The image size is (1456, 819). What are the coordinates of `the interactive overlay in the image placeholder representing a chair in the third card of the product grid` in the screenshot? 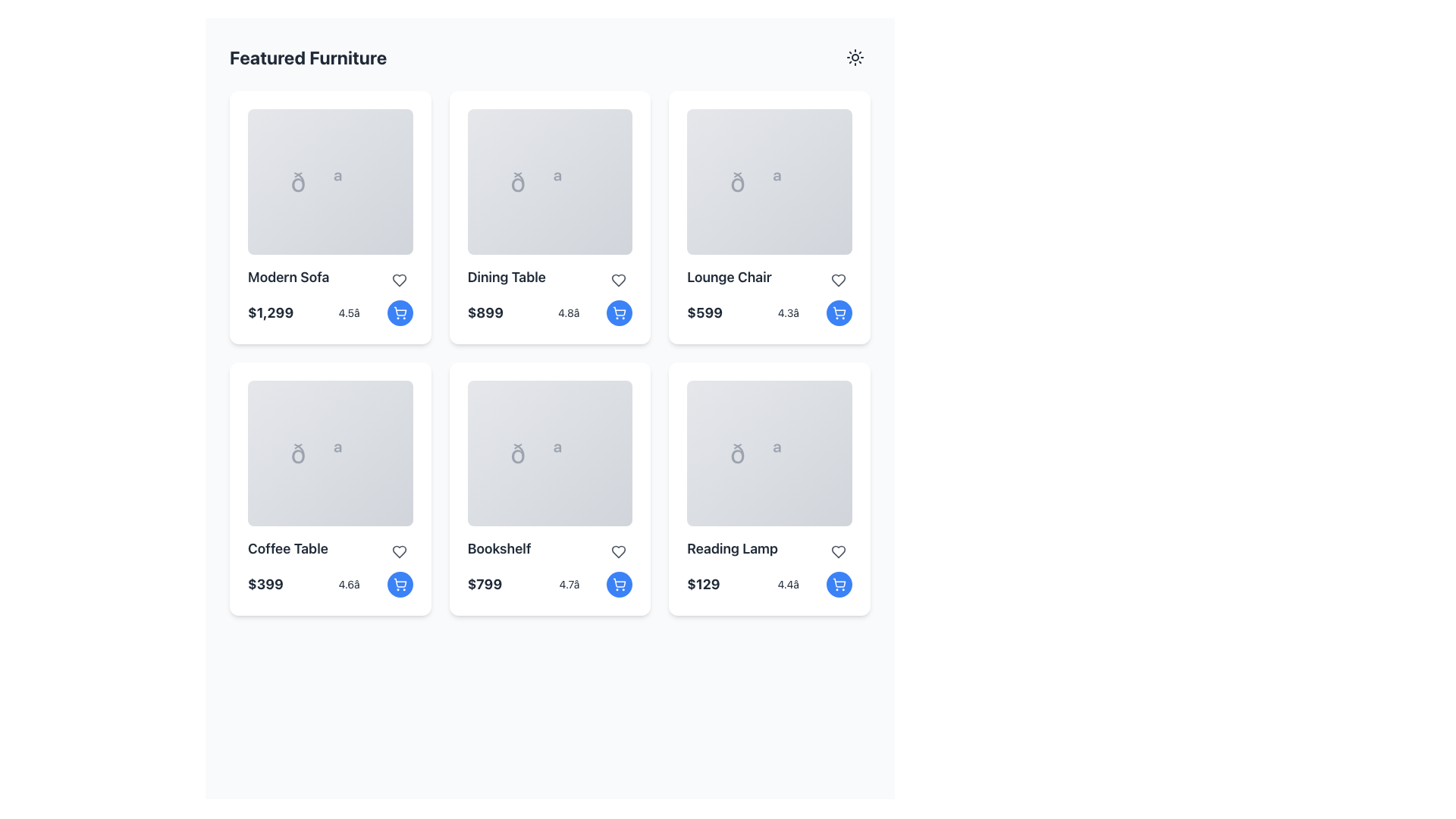 It's located at (769, 180).